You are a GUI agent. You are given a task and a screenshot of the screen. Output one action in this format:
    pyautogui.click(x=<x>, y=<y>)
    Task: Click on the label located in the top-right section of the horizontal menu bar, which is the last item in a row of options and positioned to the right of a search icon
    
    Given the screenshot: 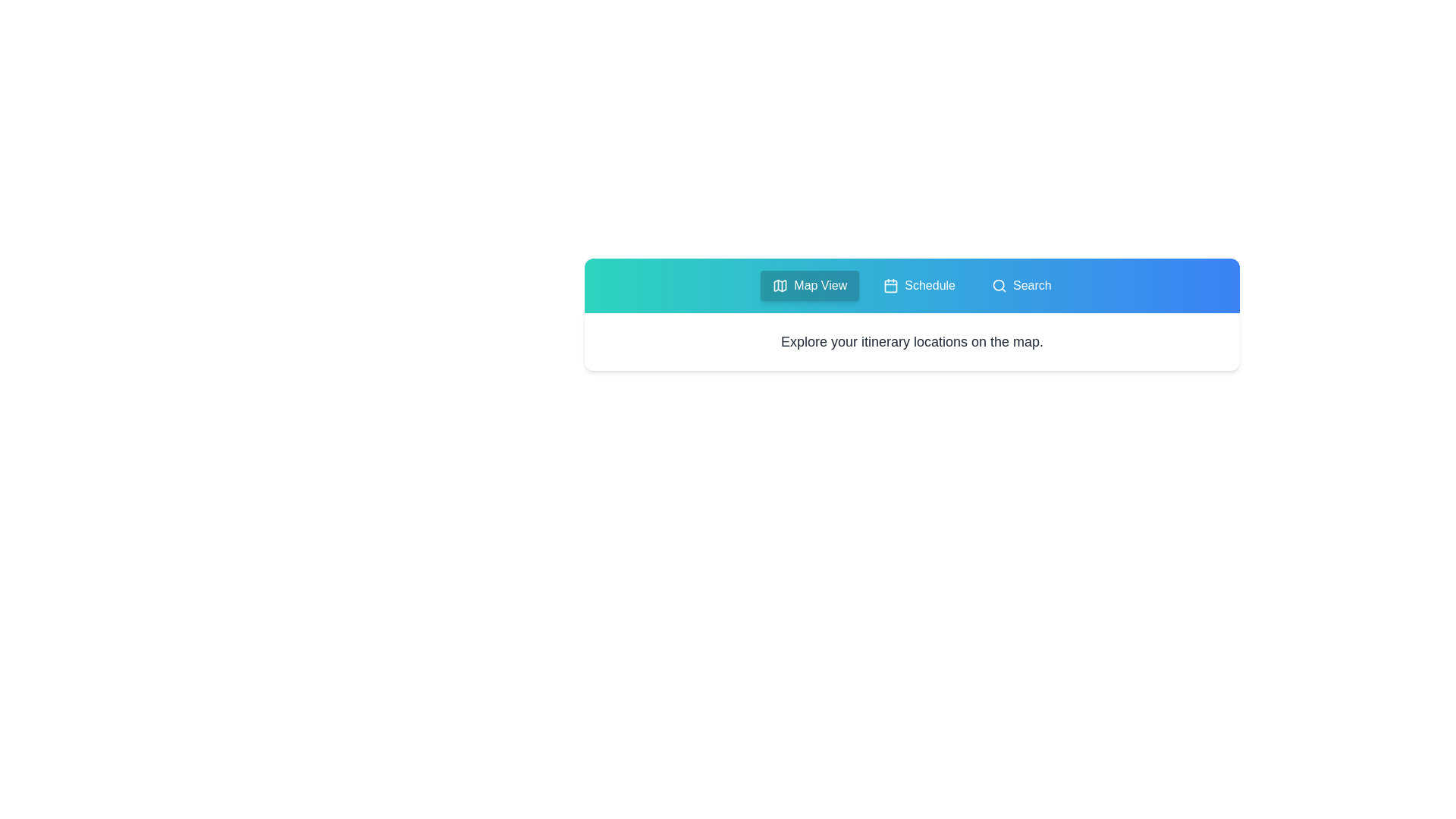 What is the action you would take?
    pyautogui.click(x=1031, y=286)
    